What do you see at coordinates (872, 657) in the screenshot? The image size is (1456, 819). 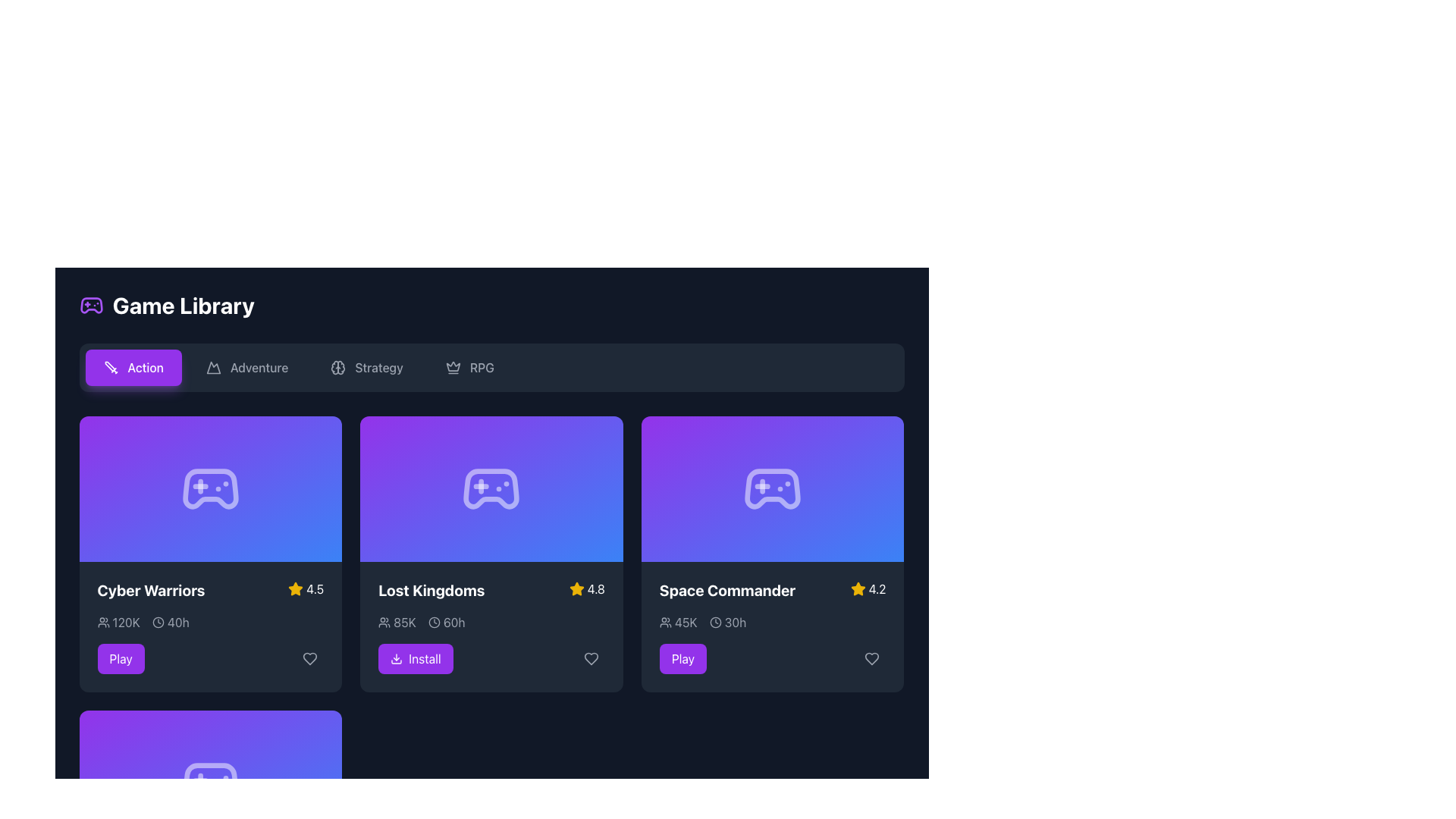 I see `the small heart-shaped outline icon to mark the game 'Space Commander' as a favorite` at bounding box center [872, 657].